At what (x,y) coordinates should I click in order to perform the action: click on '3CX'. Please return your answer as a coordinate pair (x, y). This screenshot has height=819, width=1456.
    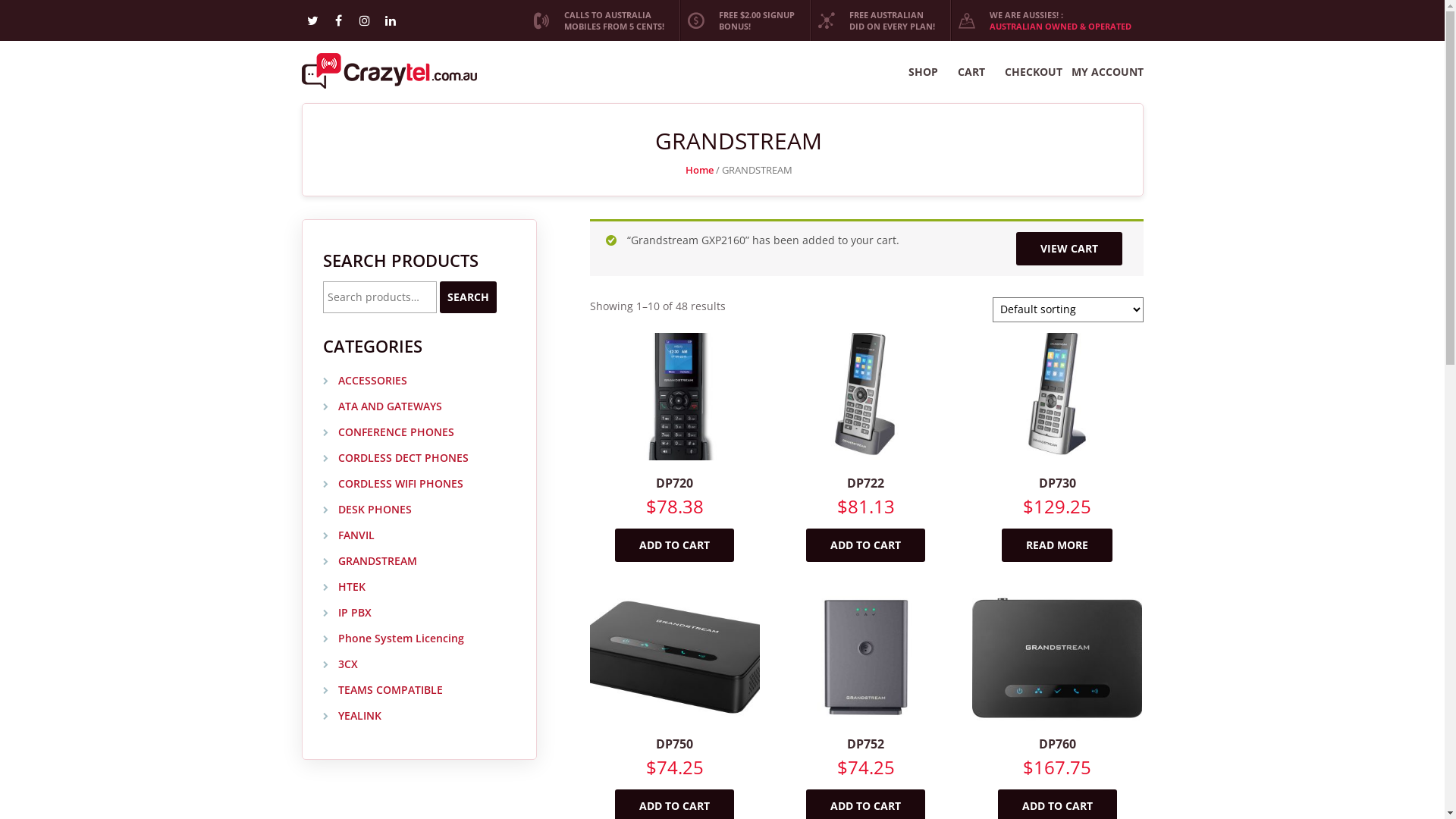
    Looking at the image, I should click on (340, 664).